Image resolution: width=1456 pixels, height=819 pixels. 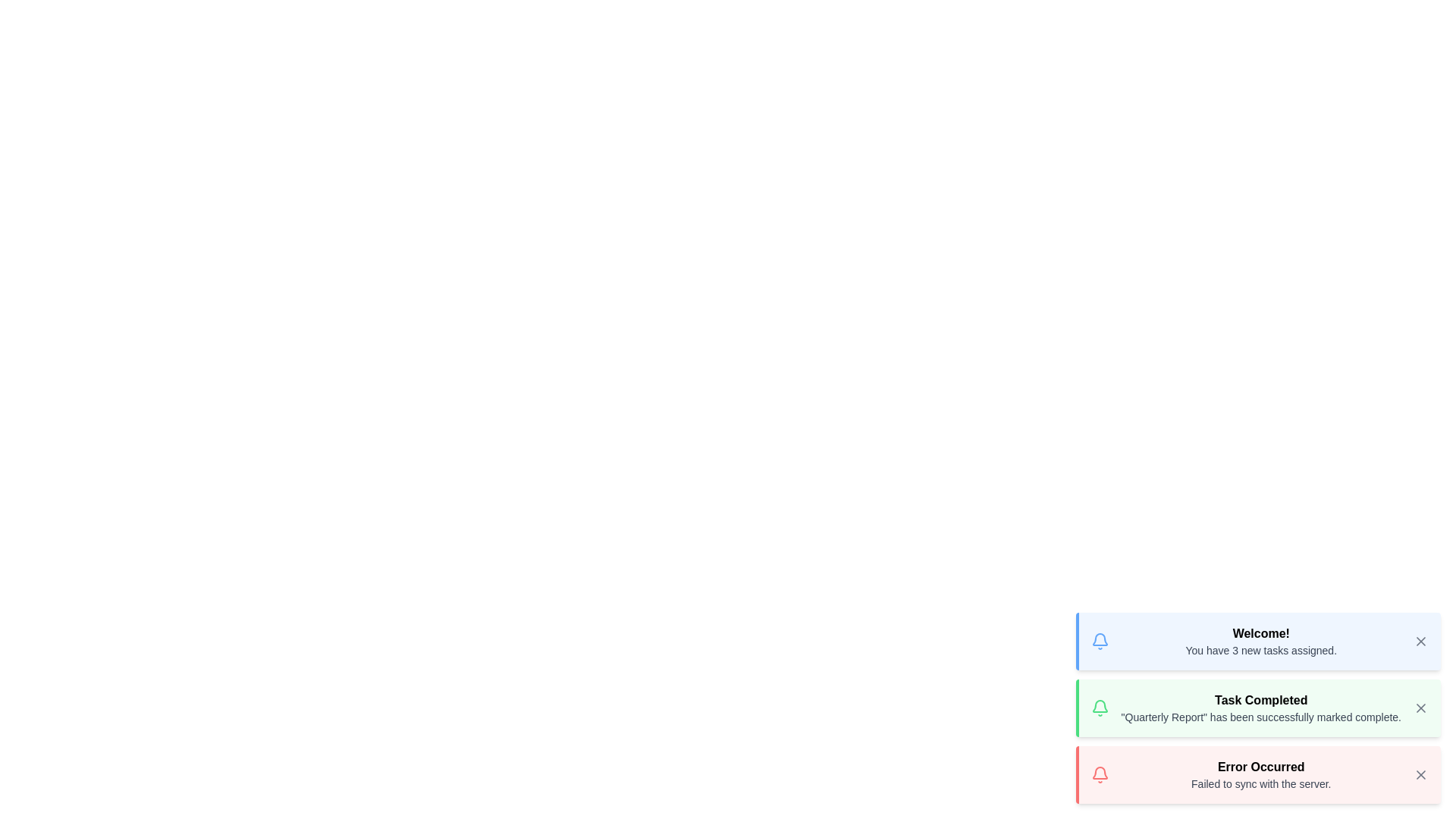 What do you see at coordinates (1261, 649) in the screenshot?
I see `the static text label that reads 'You have 3 new tasks assigned.' located below the heading 'Welcome!' in the first notification box` at bounding box center [1261, 649].